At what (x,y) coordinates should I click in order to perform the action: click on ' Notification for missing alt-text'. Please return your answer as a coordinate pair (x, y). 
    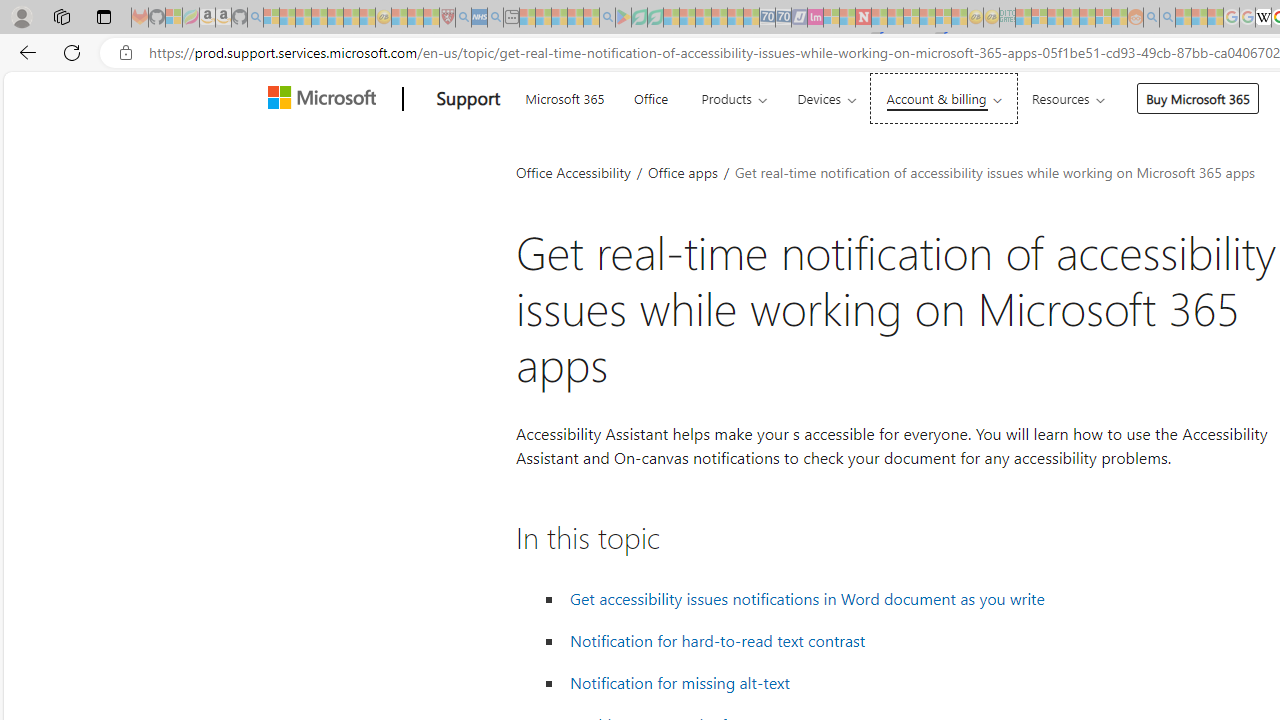
    Looking at the image, I should click on (679, 681).